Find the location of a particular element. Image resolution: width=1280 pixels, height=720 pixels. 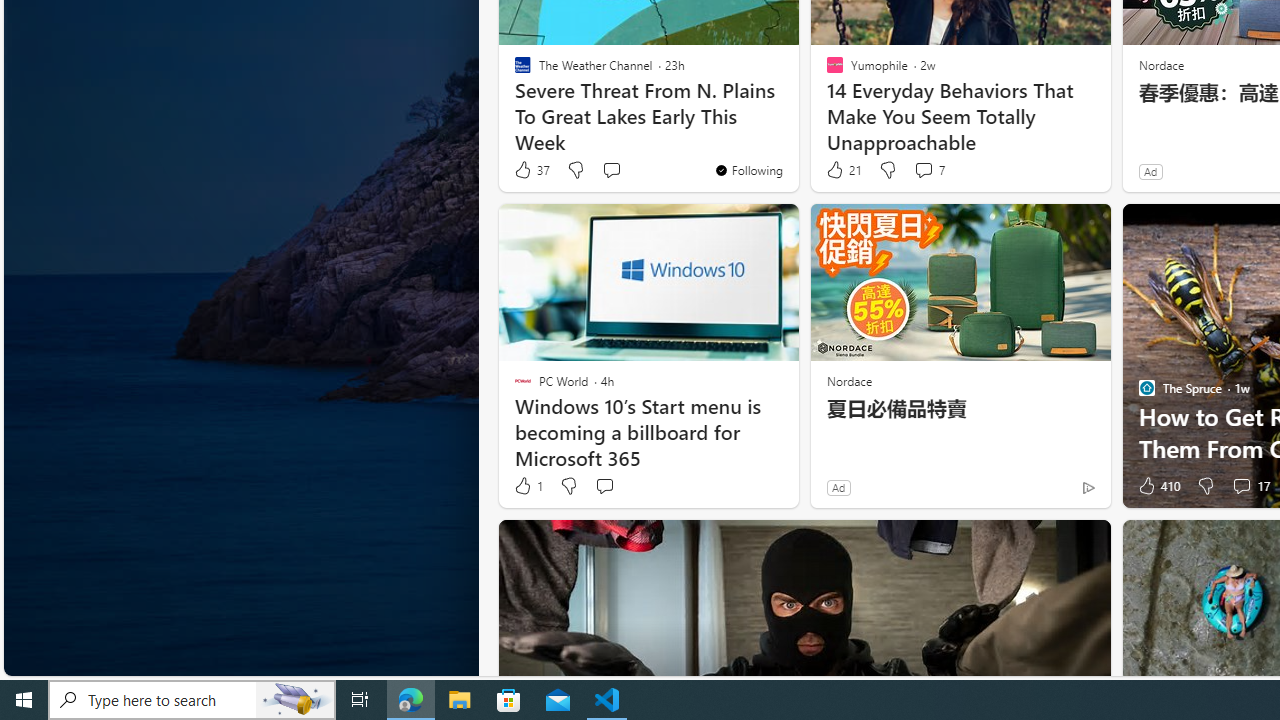

'View comments 7 Comment' is located at coordinates (928, 169).